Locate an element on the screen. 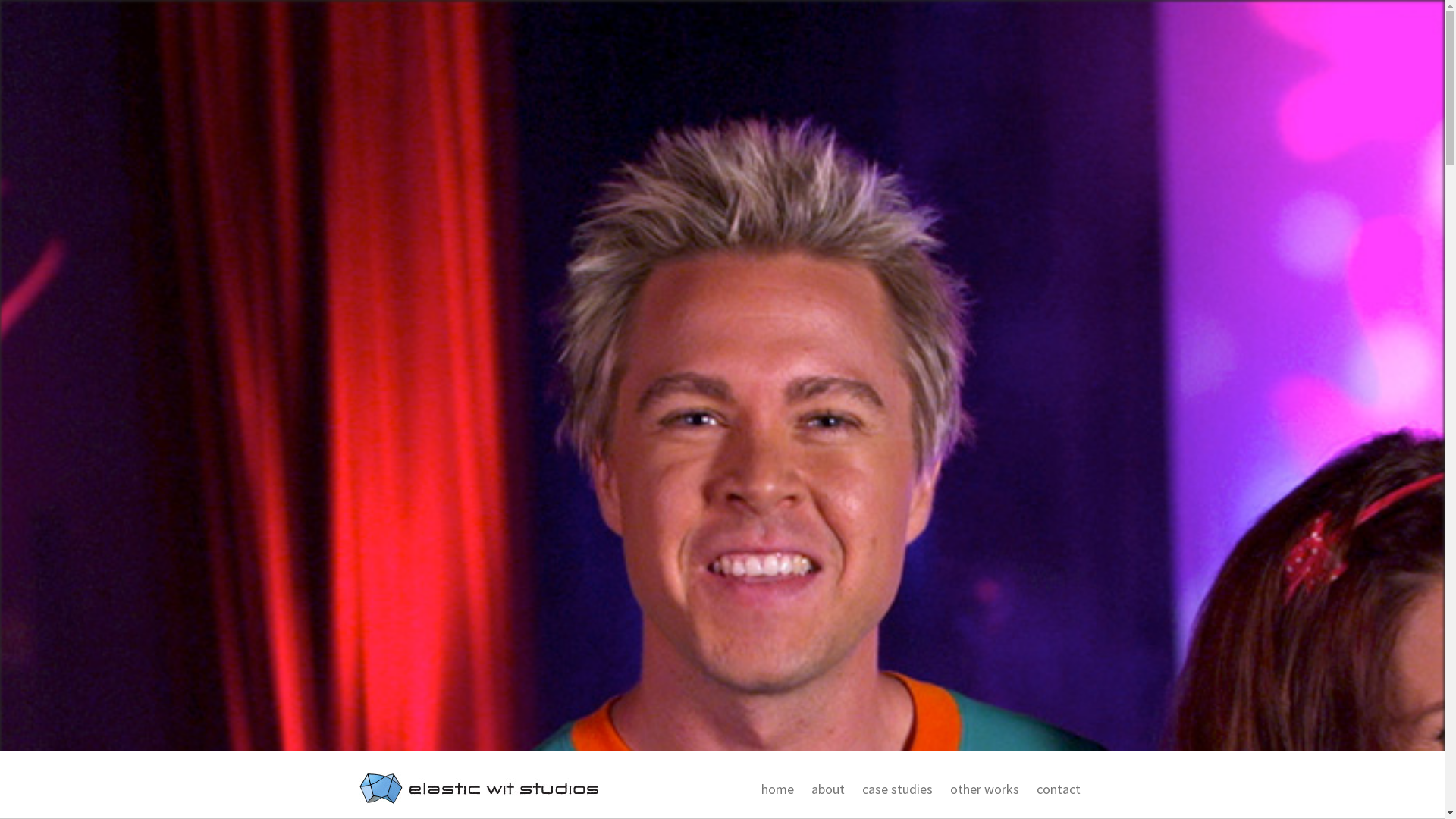 The height and width of the screenshot is (819, 1456). 'about' is located at coordinates (824, 789).